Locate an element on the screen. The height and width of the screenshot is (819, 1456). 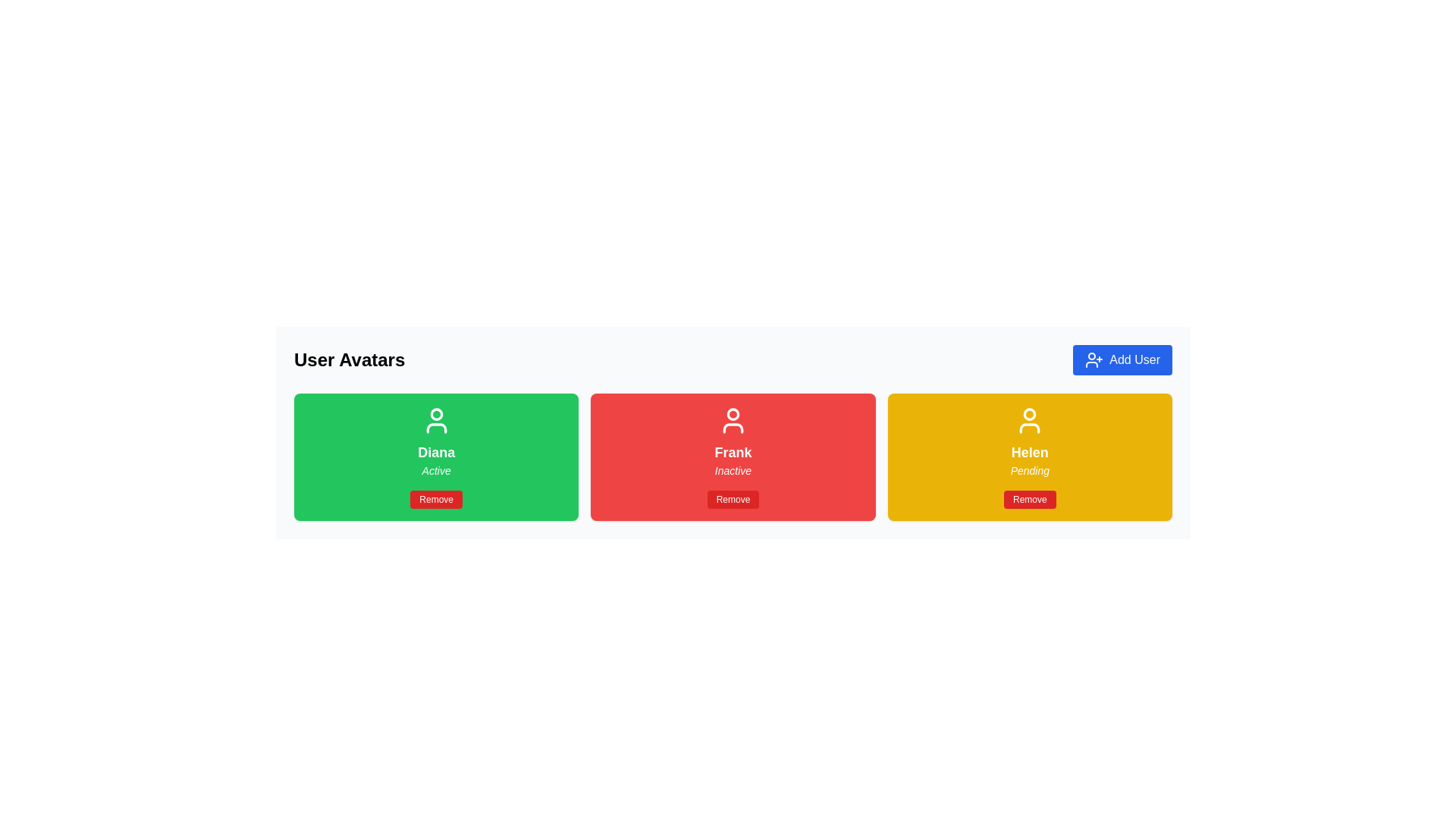
the 'Remove' button, which is a rectangular button with white text on a red background, located at the bottom of a user profile card beneath the 'Active' status label is located at coordinates (435, 500).